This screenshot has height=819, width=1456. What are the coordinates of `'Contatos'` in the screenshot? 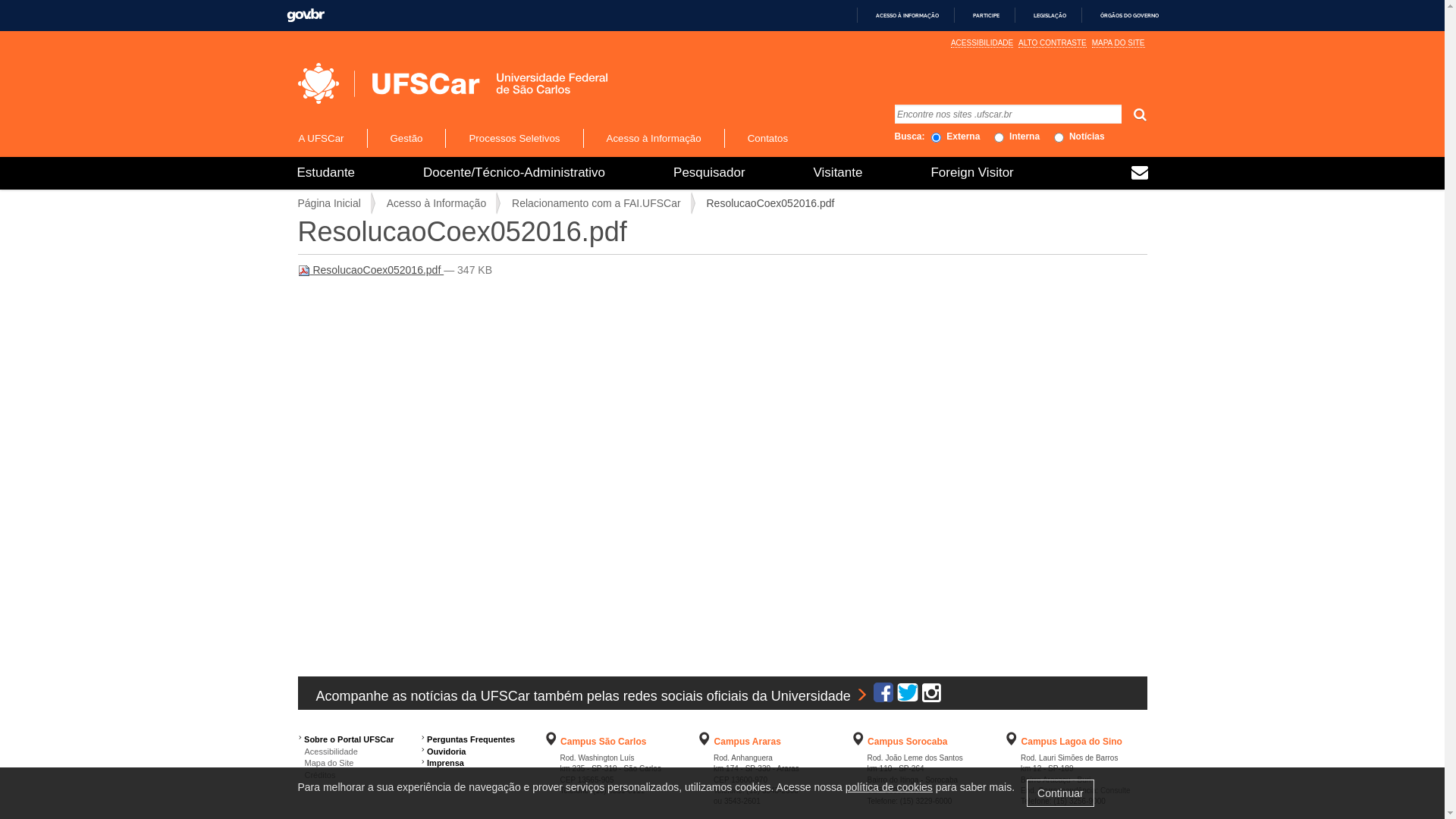 It's located at (767, 138).